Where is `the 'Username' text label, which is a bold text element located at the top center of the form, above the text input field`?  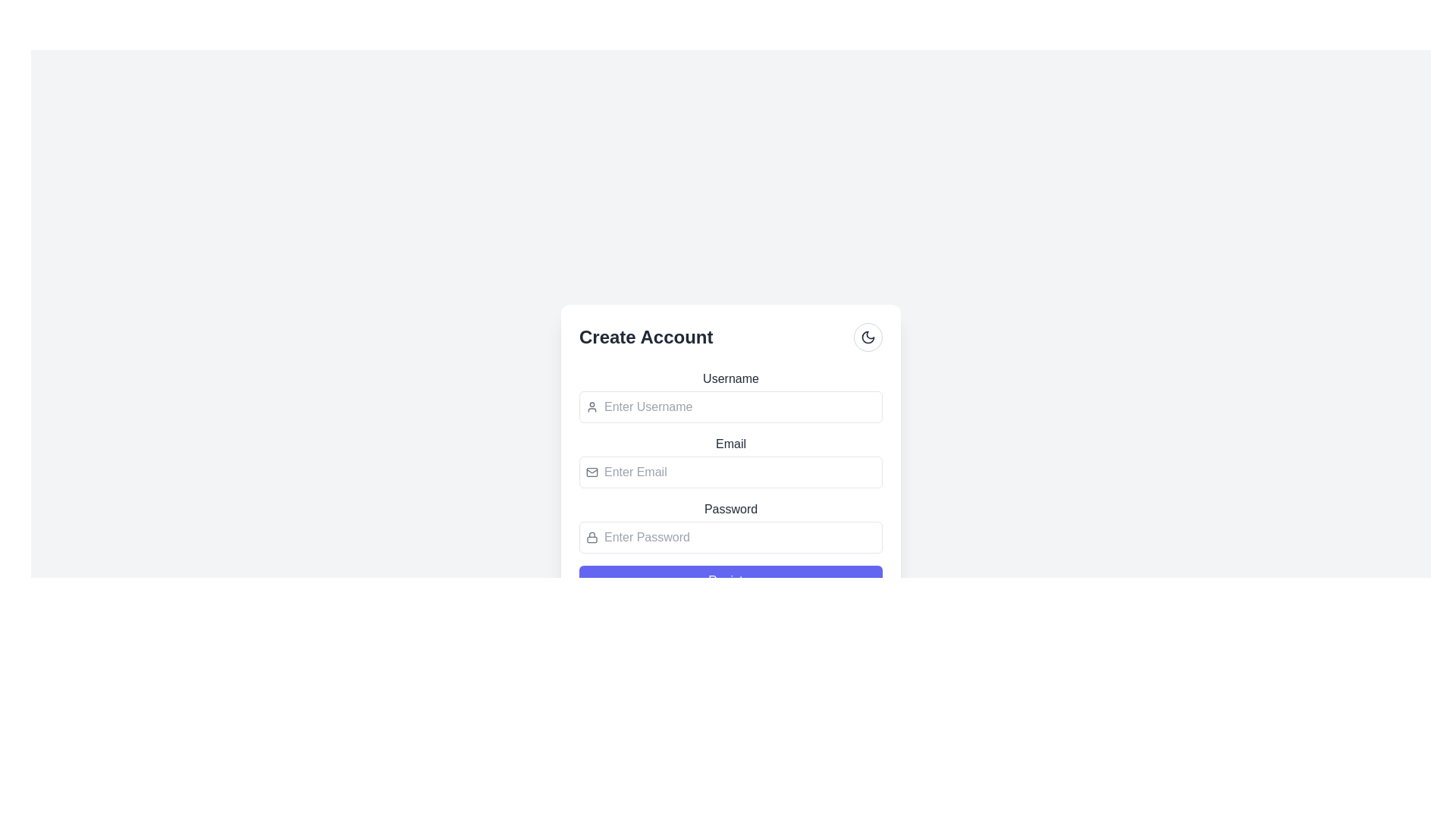
the 'Username' text label, which is a bold text element located at the top center of the form, above the text input field is located at coordinates (731, 378).